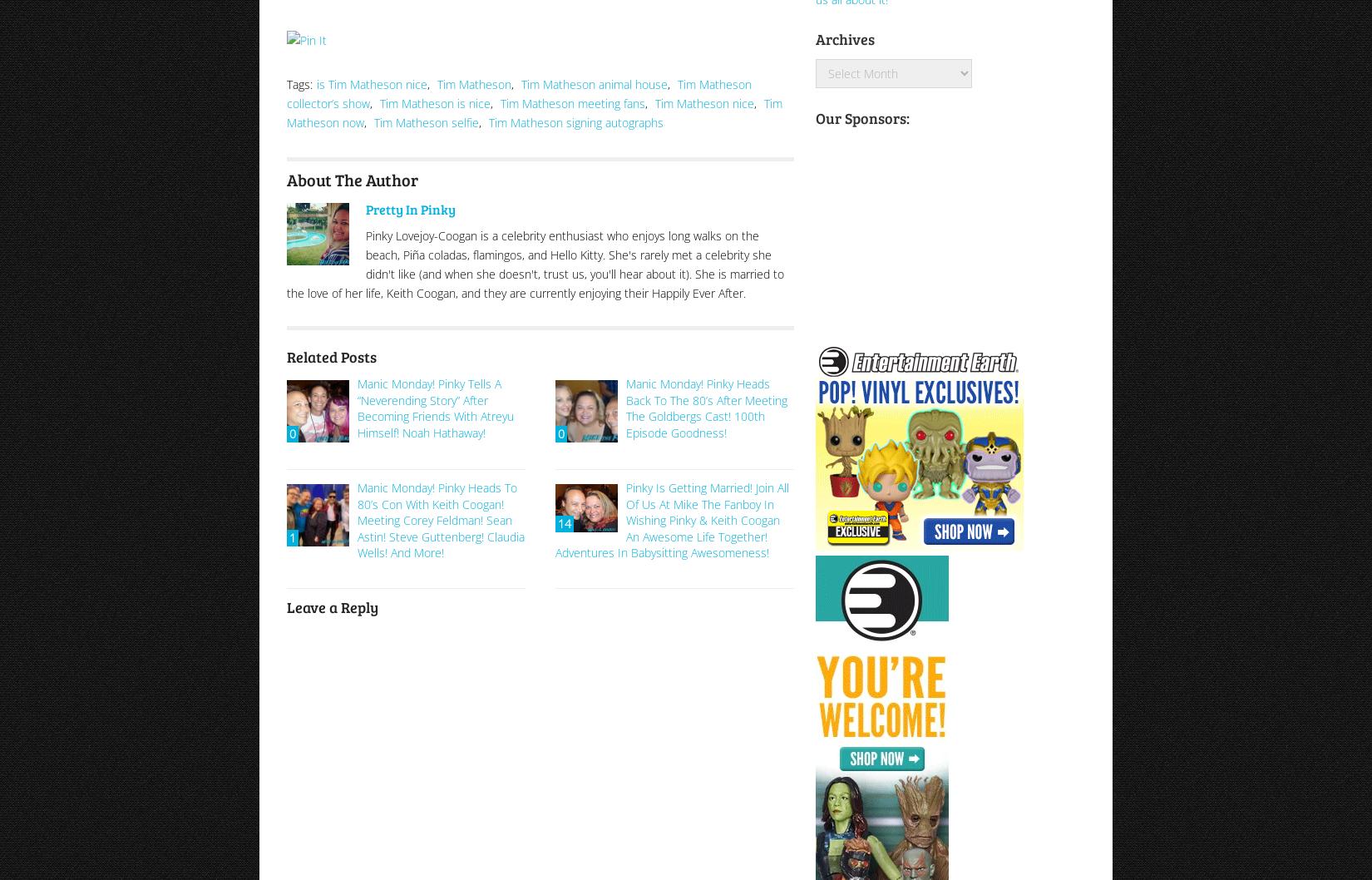 This screenshot has width=1372, height=880. Describe the element at coordinates (435, 406) in the screenshot. I see `'Manic Monday! Pinky Tells A “Neverending Story” After Becoming Friends With Atreyu Himself! Noah Hathaway!'` at that location.